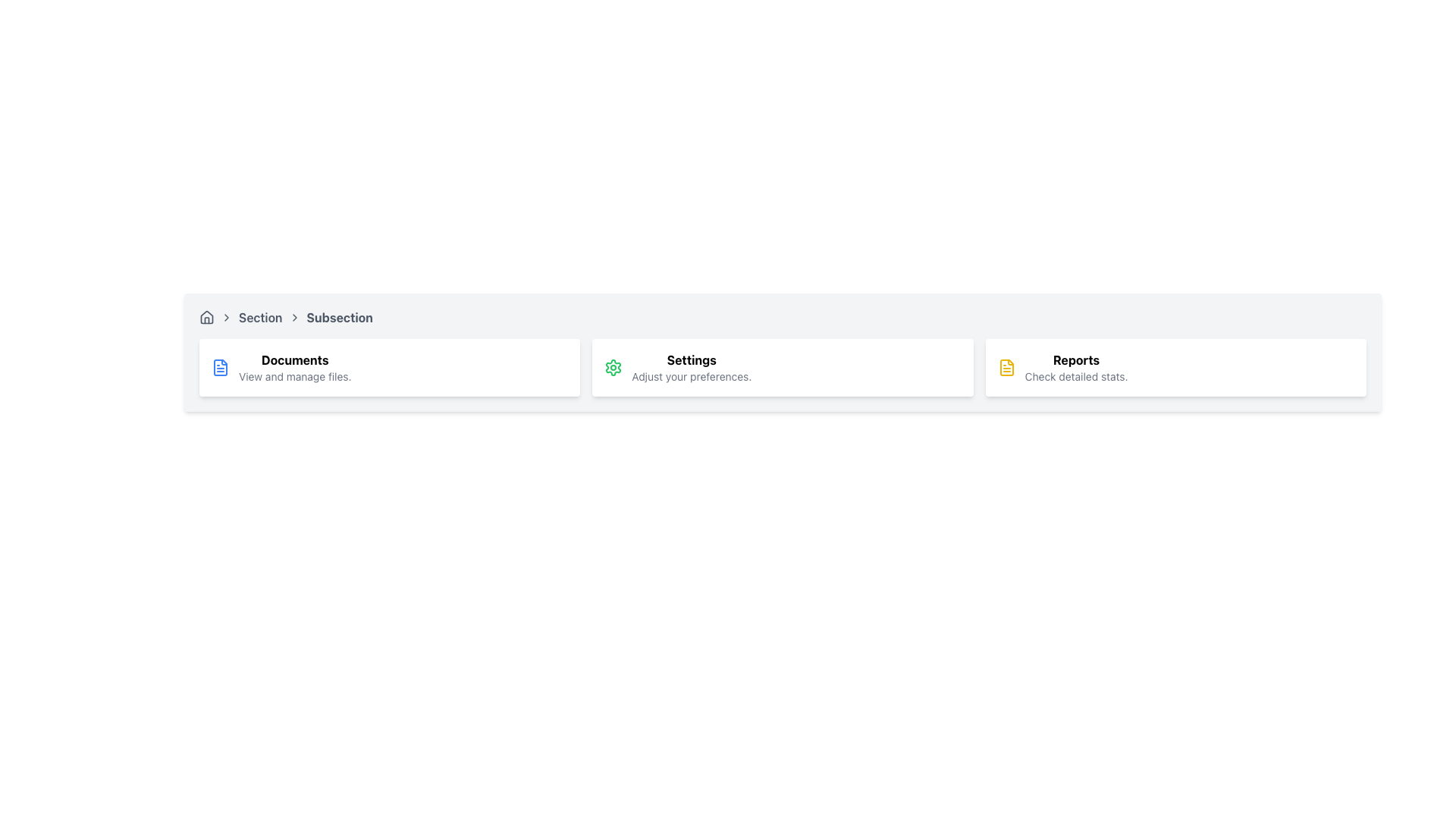 This screenshot has width=1456, height=819. What do you see at coordinates (783, 368) in the screenshot?
I see `the navigation card positioned horizontally in the center, which serves for accessing settings or adjusting preferences` at bounding box center [783, 368].